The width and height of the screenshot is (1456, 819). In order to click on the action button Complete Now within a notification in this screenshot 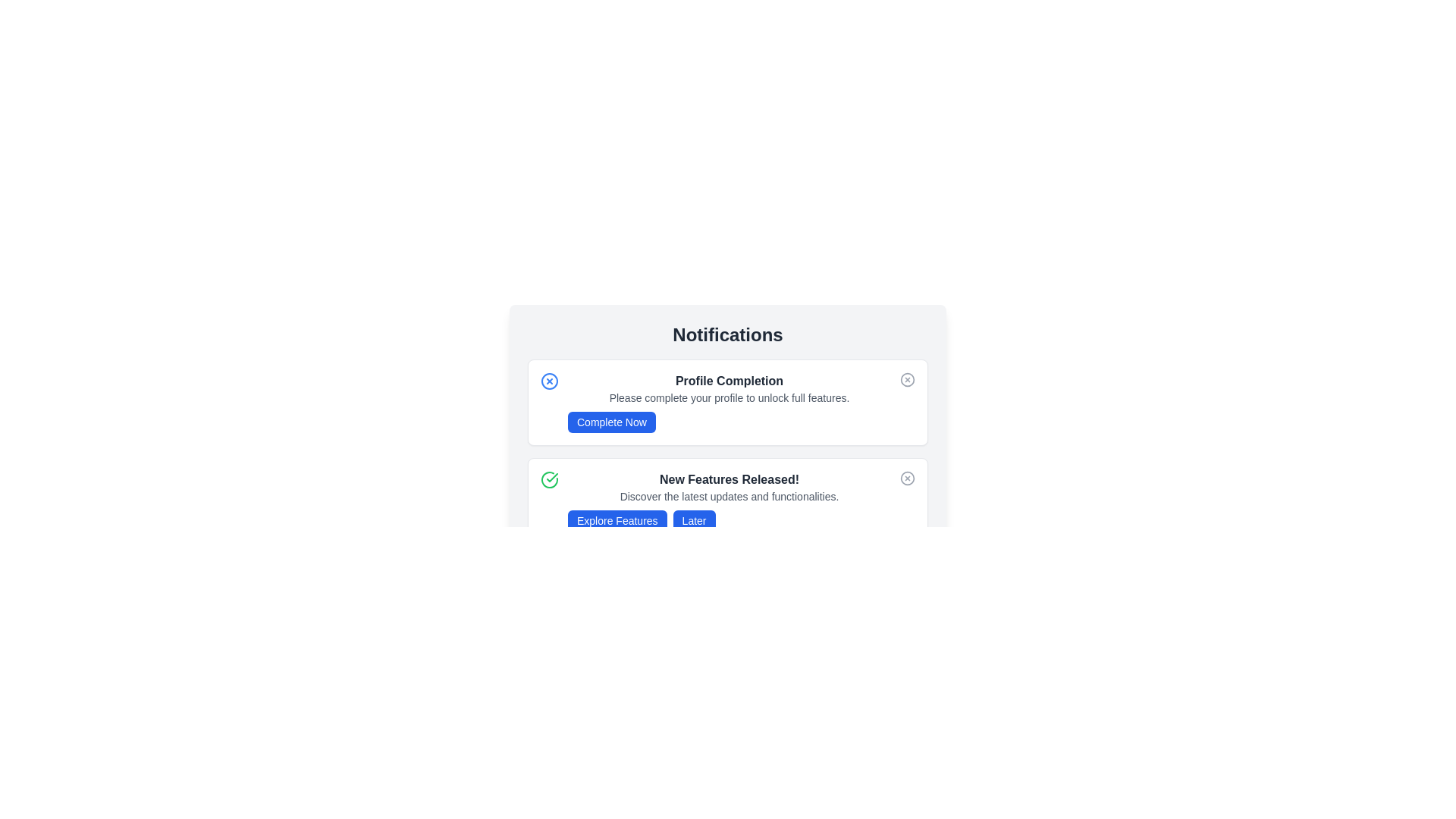, I will do `click(611, 422)`.